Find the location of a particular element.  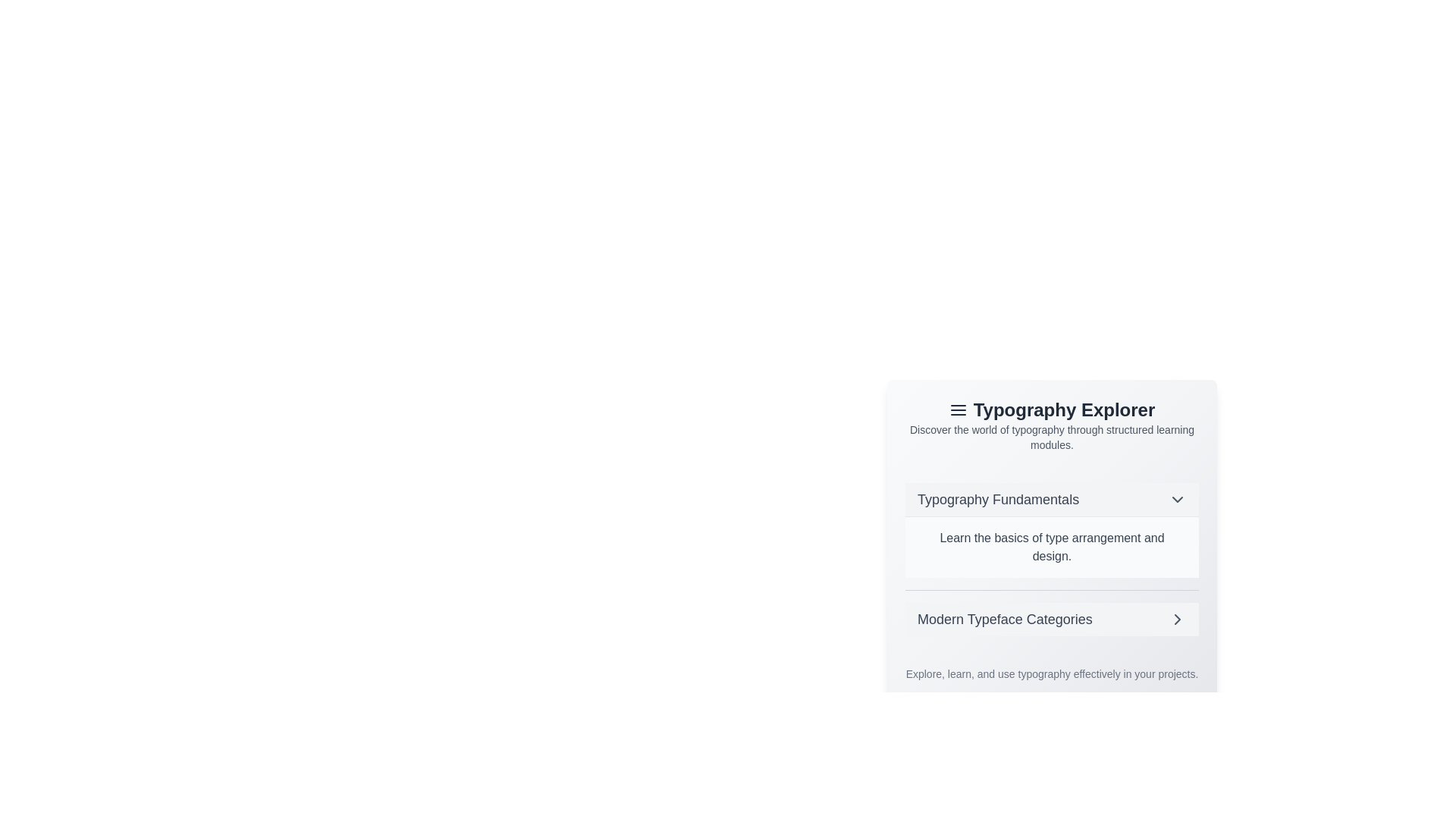

the text label displaying 'Learn the basics of type arrangement and design.' that is centrally aligned in the 'Typography Fundamentals' section is located at coordinates (1051, 547).